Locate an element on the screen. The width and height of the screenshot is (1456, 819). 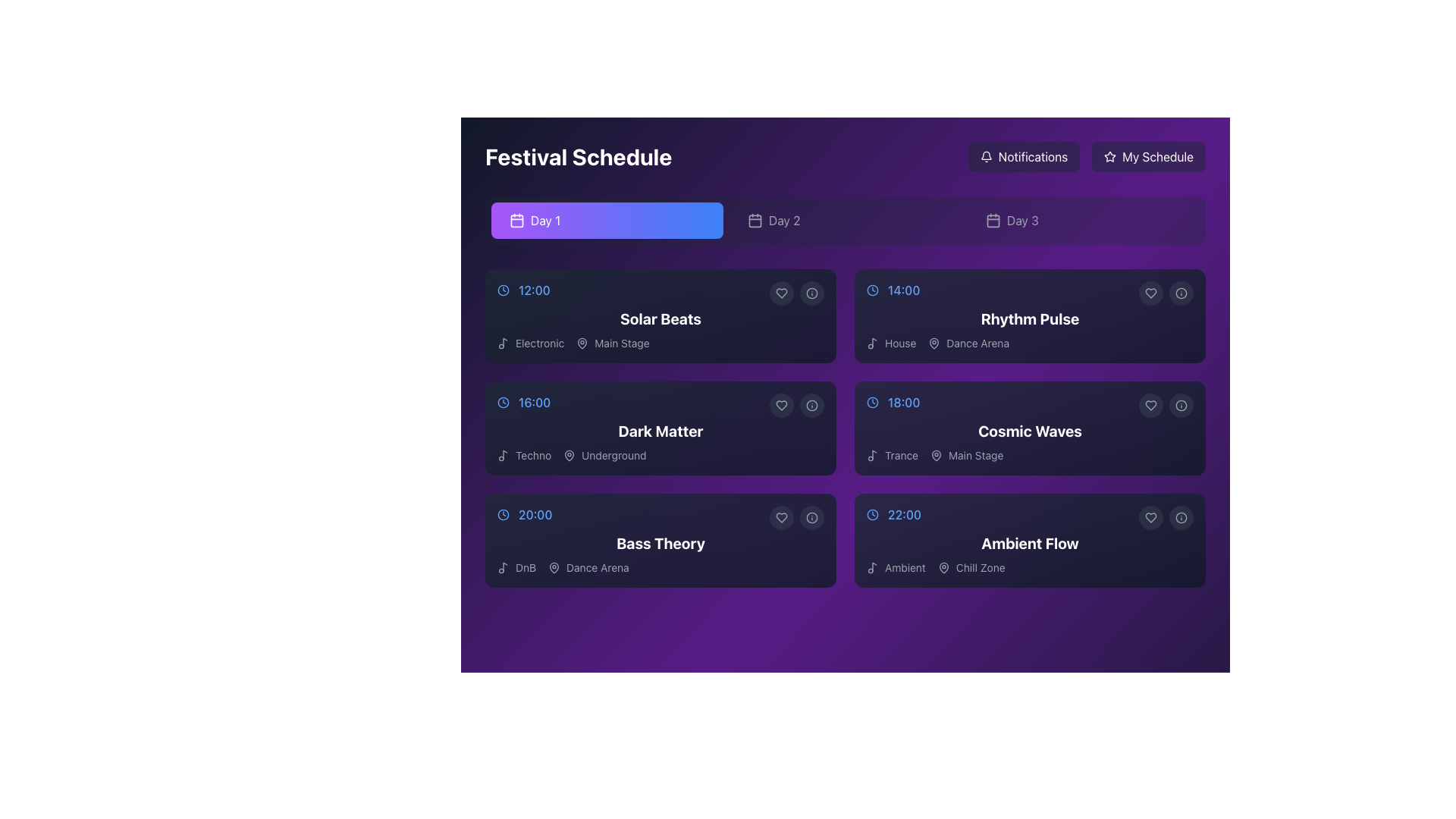
the heart-shaped icon in the top-right corner of the 'Dark Matter' event card is located at coordinates (782, 405).